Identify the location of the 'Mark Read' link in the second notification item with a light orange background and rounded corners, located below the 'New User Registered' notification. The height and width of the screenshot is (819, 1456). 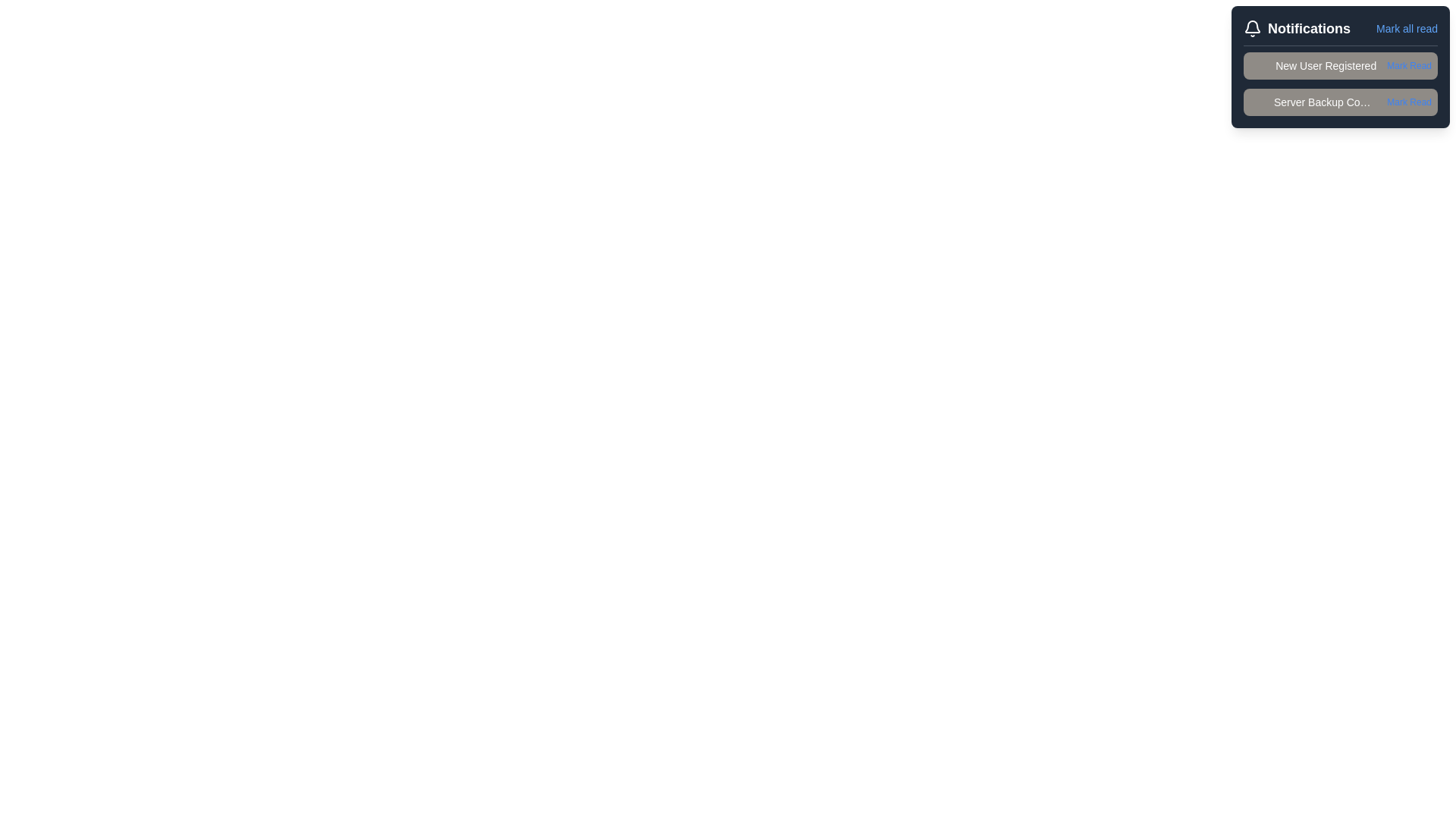
(1340, 102).